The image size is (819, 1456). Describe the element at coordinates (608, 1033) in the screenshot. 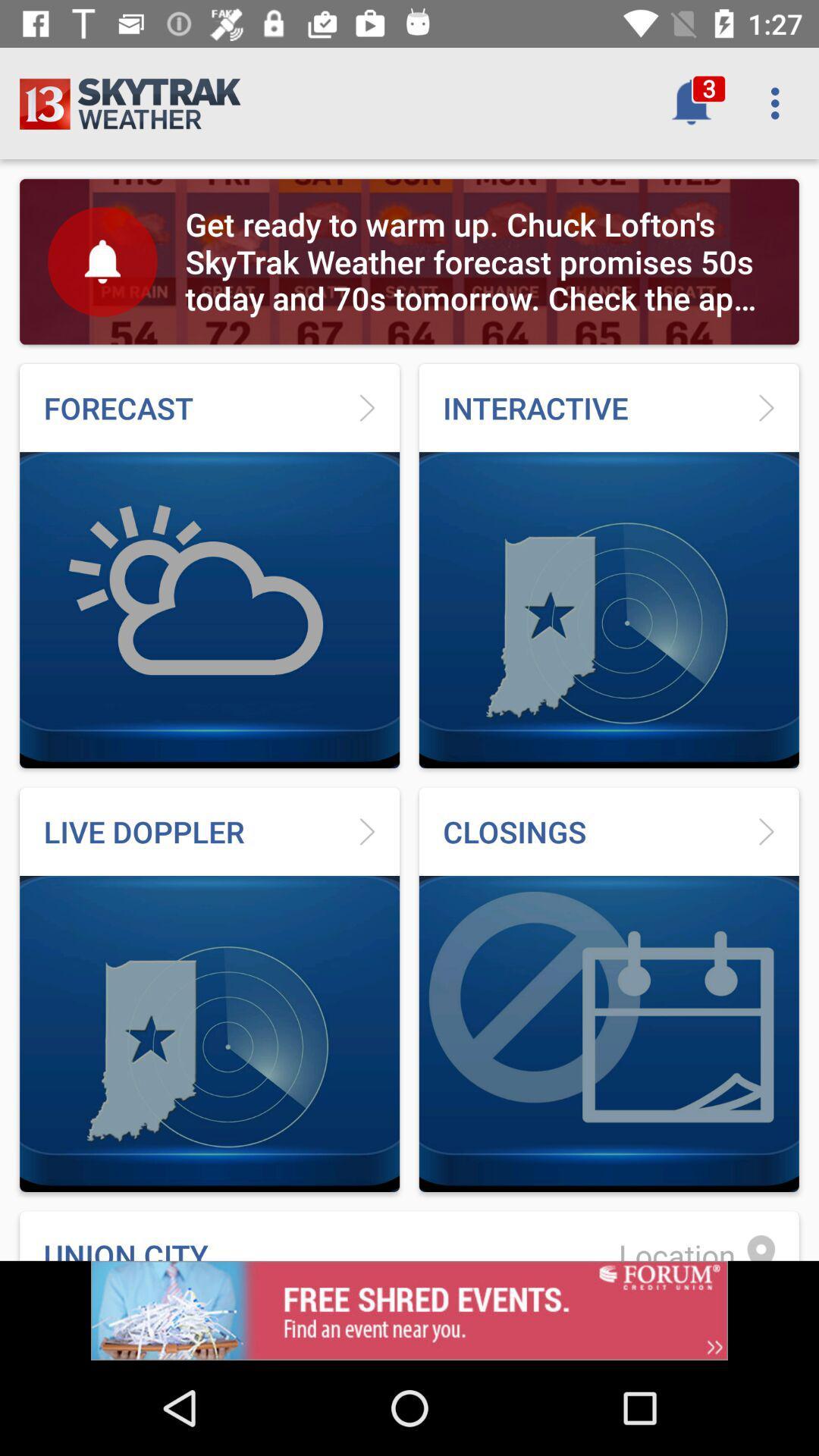

I see `the image under the text closing` at that location.